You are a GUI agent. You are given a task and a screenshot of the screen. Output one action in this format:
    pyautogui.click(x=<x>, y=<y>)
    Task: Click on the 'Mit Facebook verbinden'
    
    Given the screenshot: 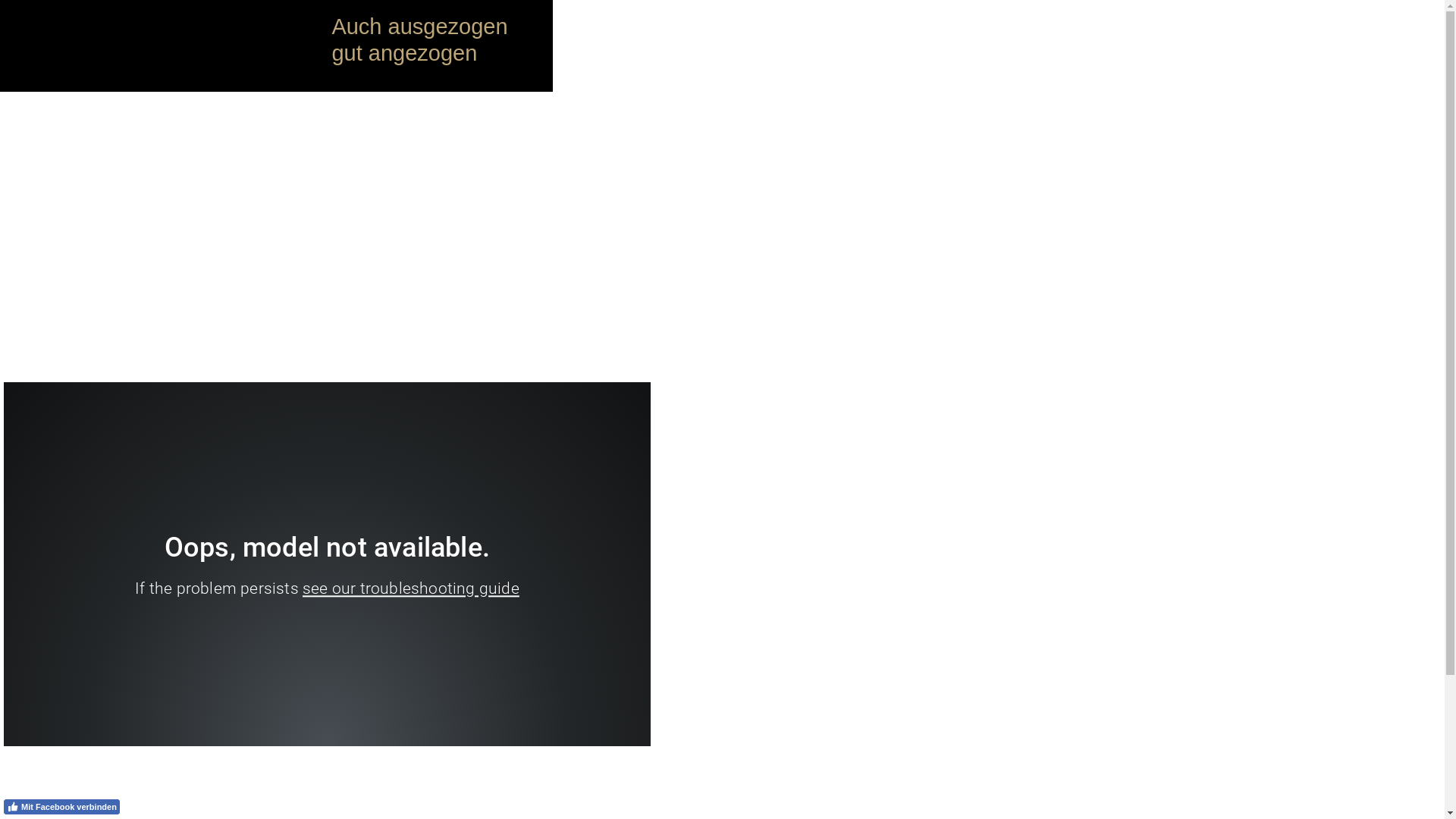 What is the action you would take?
    pyautogui.click(x=61, y=806)
    